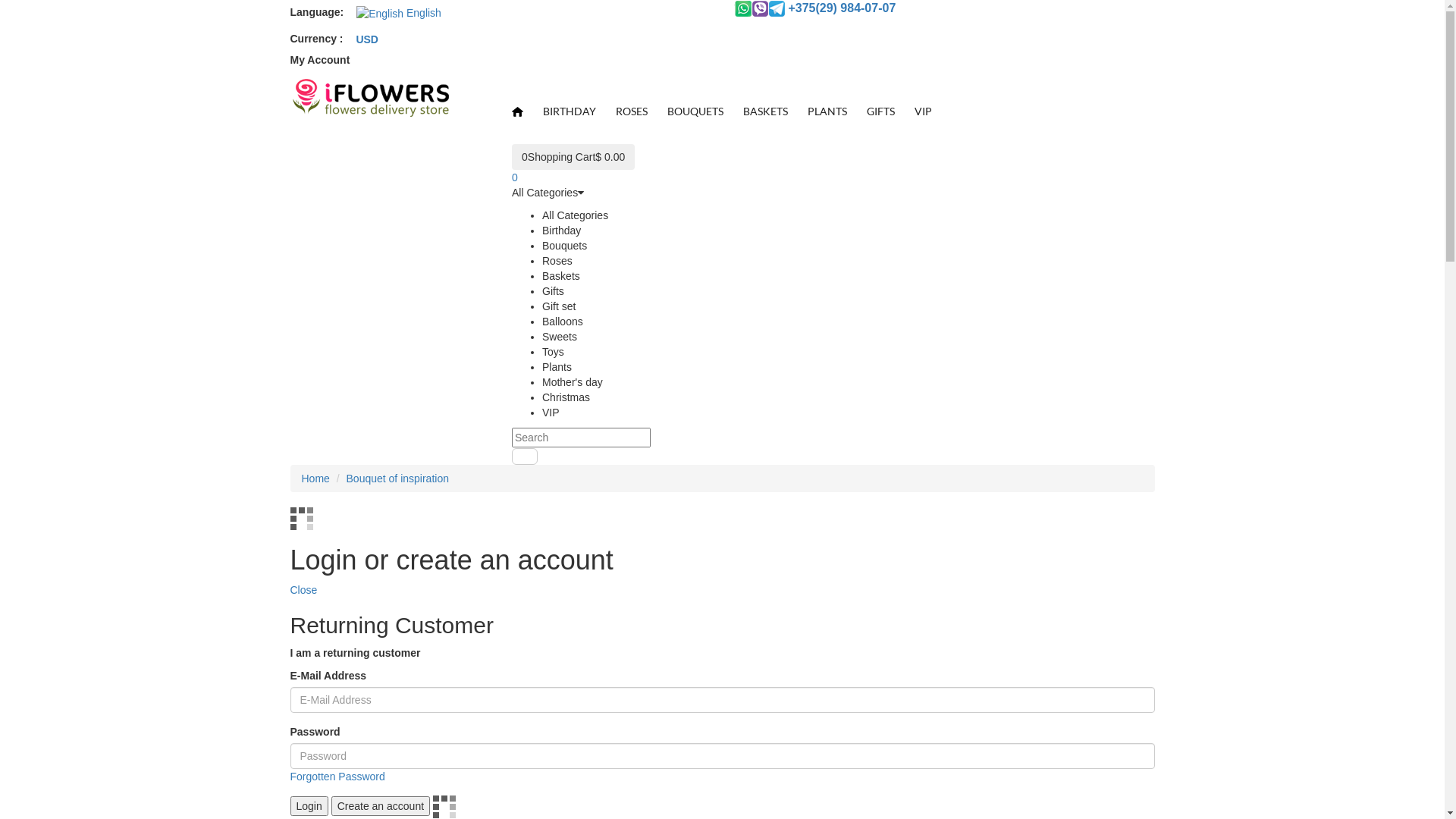 The height and width of the screenshot is (819, 1456). What do you see at coordinates (694, 110) in the screenshot?
I see `'BOUQUETS'` at bounding box center [694, 110].